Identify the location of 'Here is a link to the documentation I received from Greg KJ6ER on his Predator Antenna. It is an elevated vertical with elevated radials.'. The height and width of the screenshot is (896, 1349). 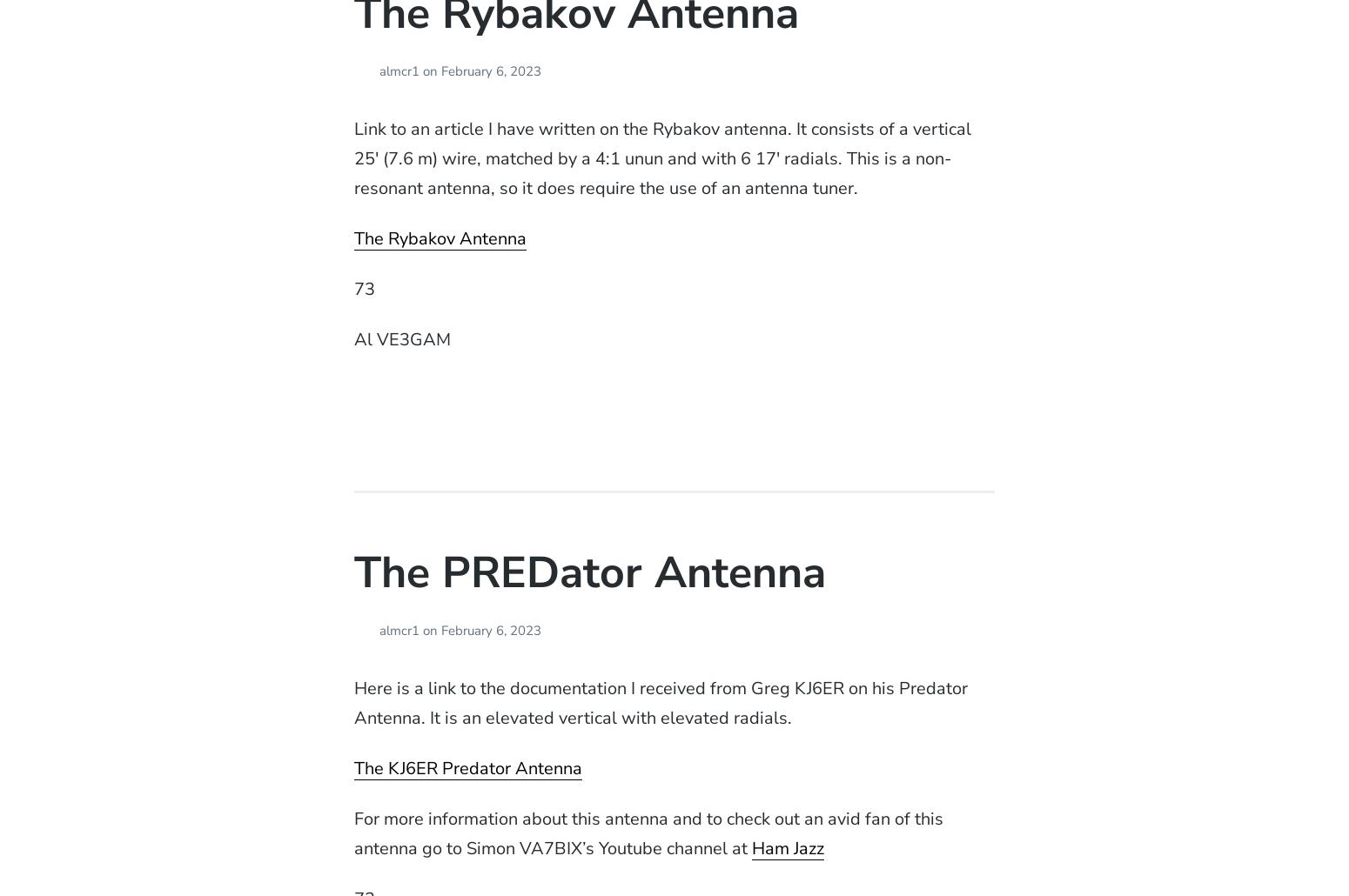
(660, 702).